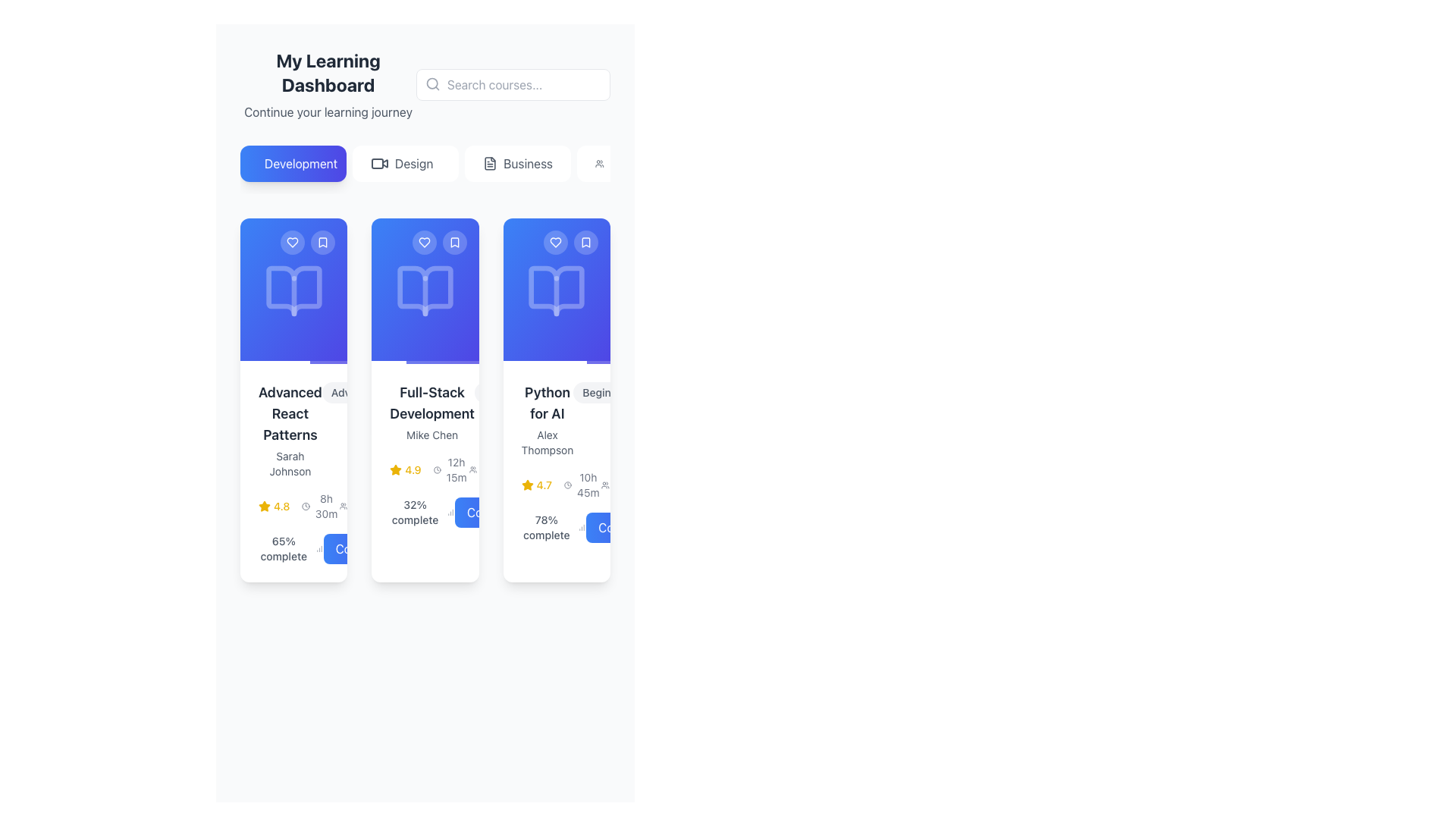 This screenshot has height=819, width=1456. I want to click on the 'Continue' button with a blue gradient, located at the bottom-right of the Python for AI course card, so click(630, 526).